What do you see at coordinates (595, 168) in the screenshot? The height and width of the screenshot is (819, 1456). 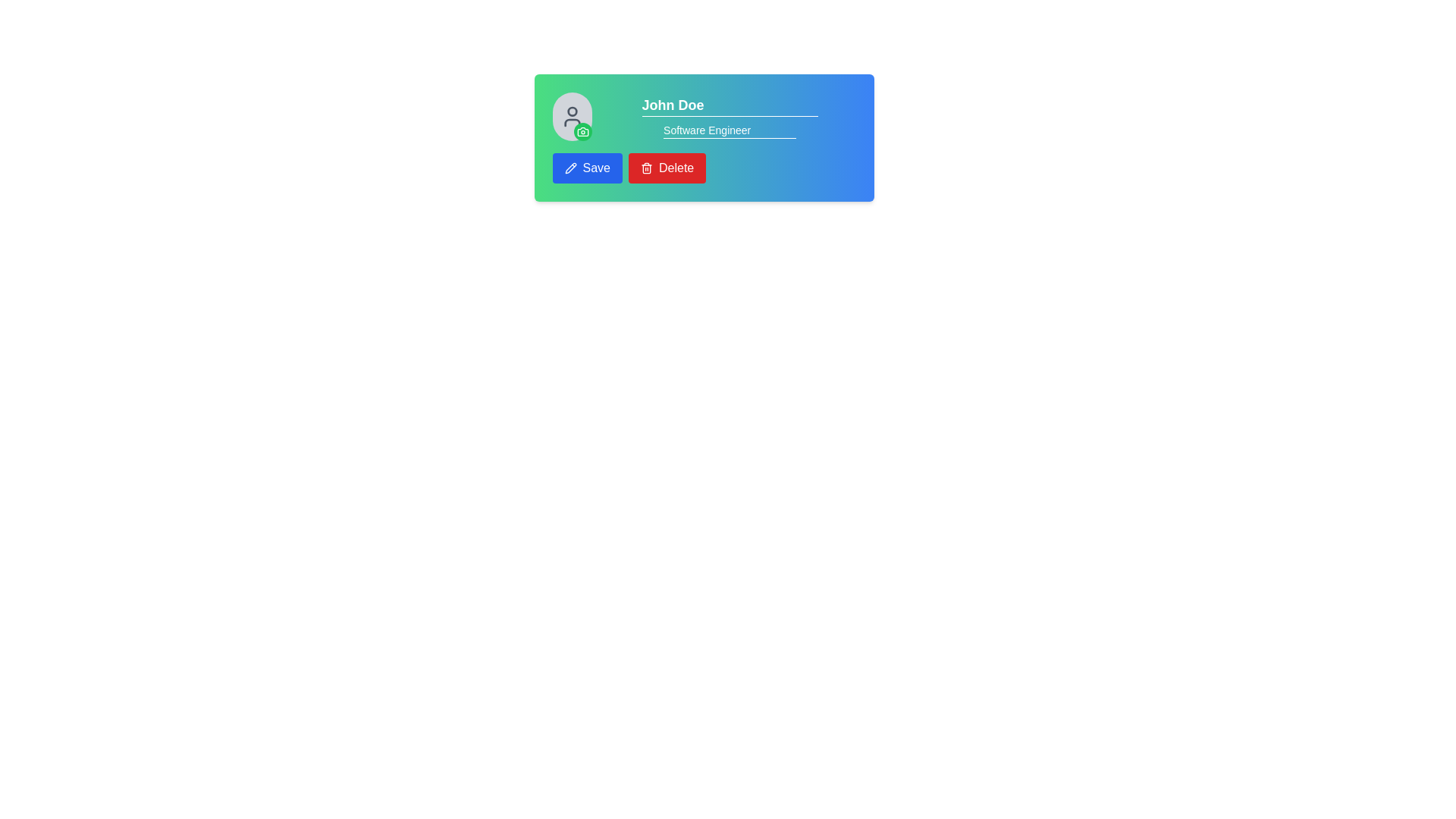 I see `the 'Save' text label, which is styled with a blue background and white text, located within a rectangular button to the left of the red 'Delete' button` at bounding box center [595, 168].